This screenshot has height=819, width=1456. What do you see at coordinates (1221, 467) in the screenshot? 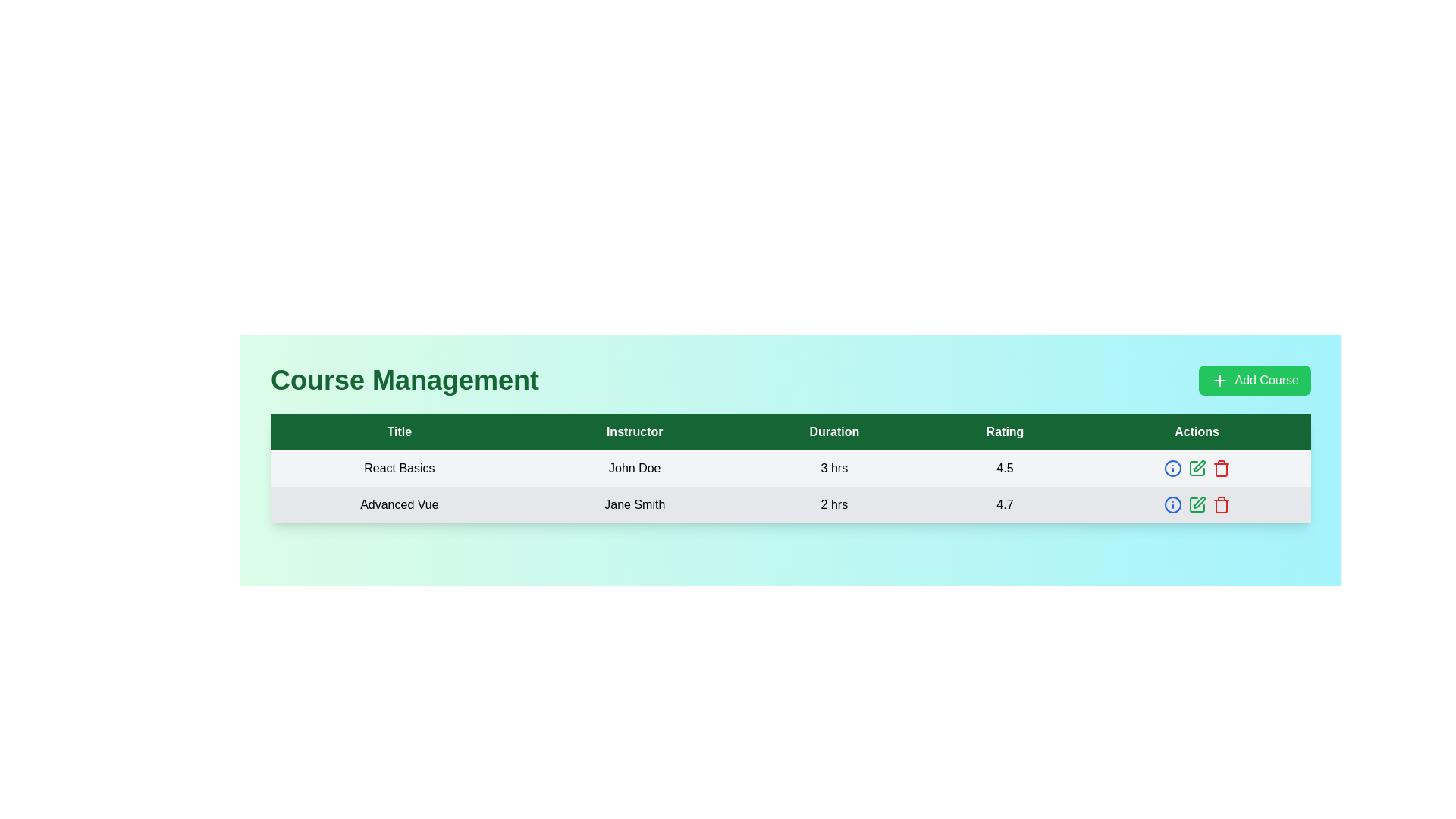
I see `the red-colored trash icon button located in the 'Actions' column of the first row in the table to change its visual state` at bounding box center [1221, 467].